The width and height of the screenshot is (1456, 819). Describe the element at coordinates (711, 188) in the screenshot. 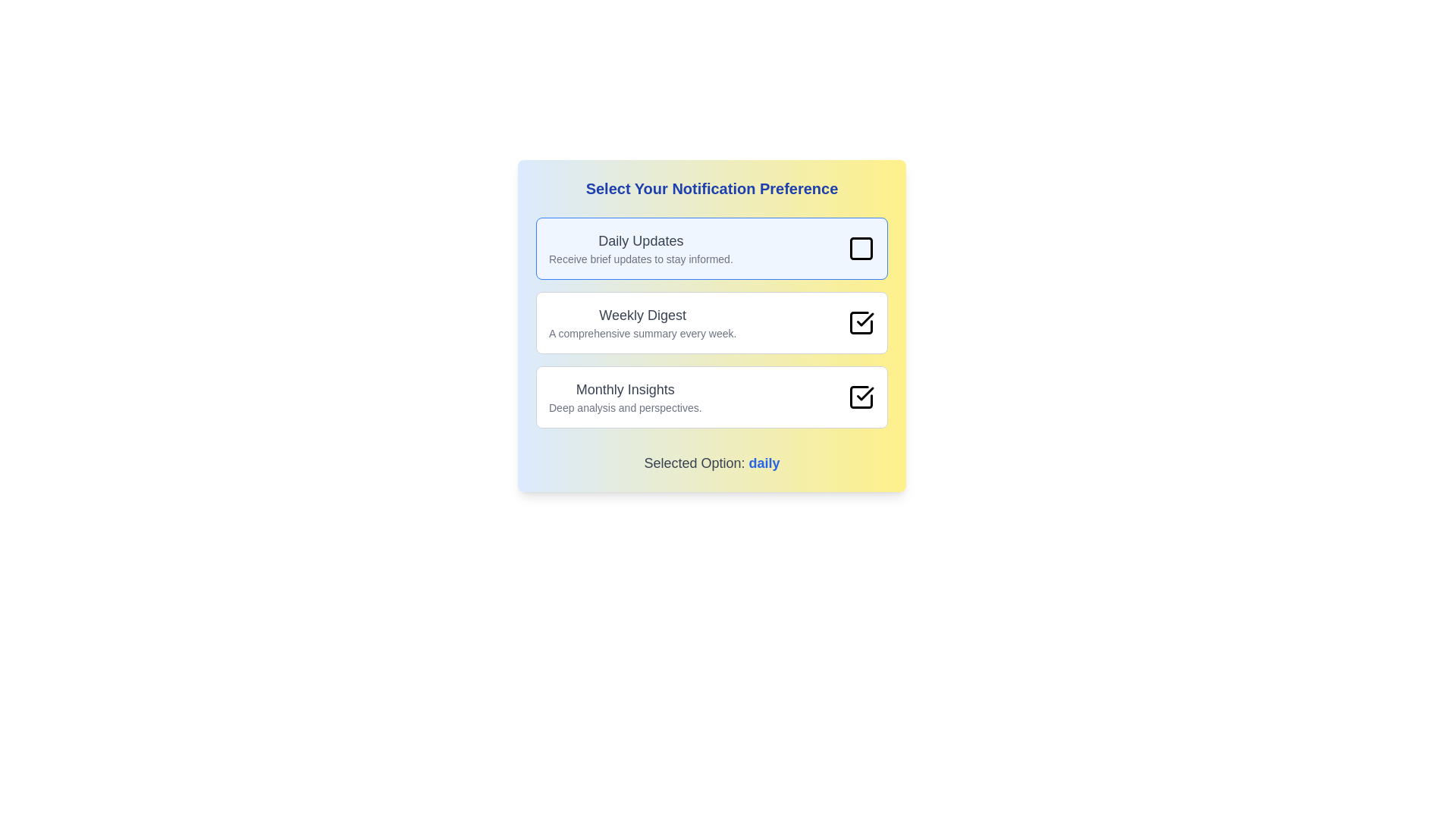

I see `the bold, blue-colored header text that reads 'Select Your Notification Preference', which is prominently displayed at the top-center of the layout inside a rounded, gradient-colored box` at that location.